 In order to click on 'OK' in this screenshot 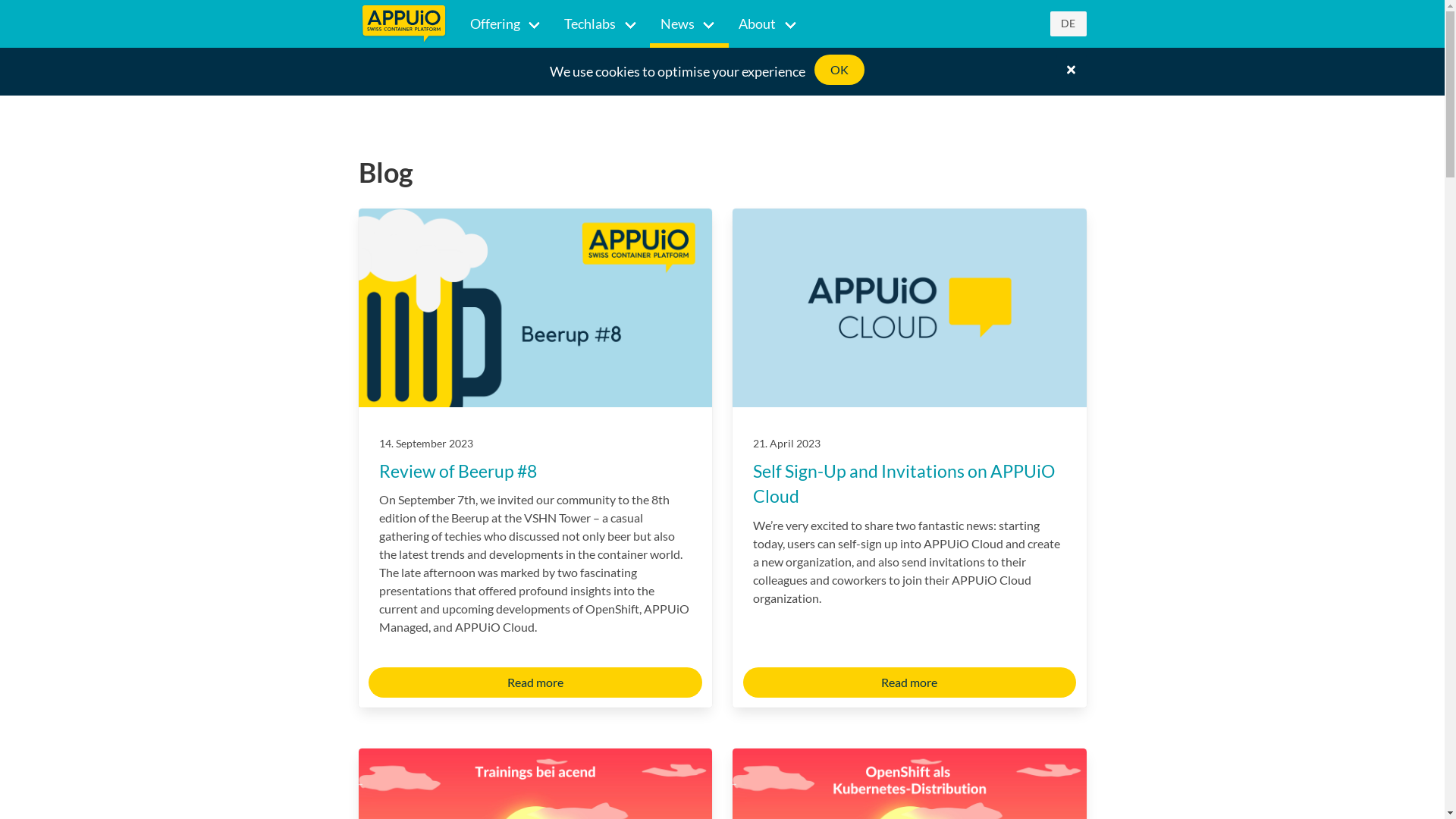, I will do `click(839, 70)`.